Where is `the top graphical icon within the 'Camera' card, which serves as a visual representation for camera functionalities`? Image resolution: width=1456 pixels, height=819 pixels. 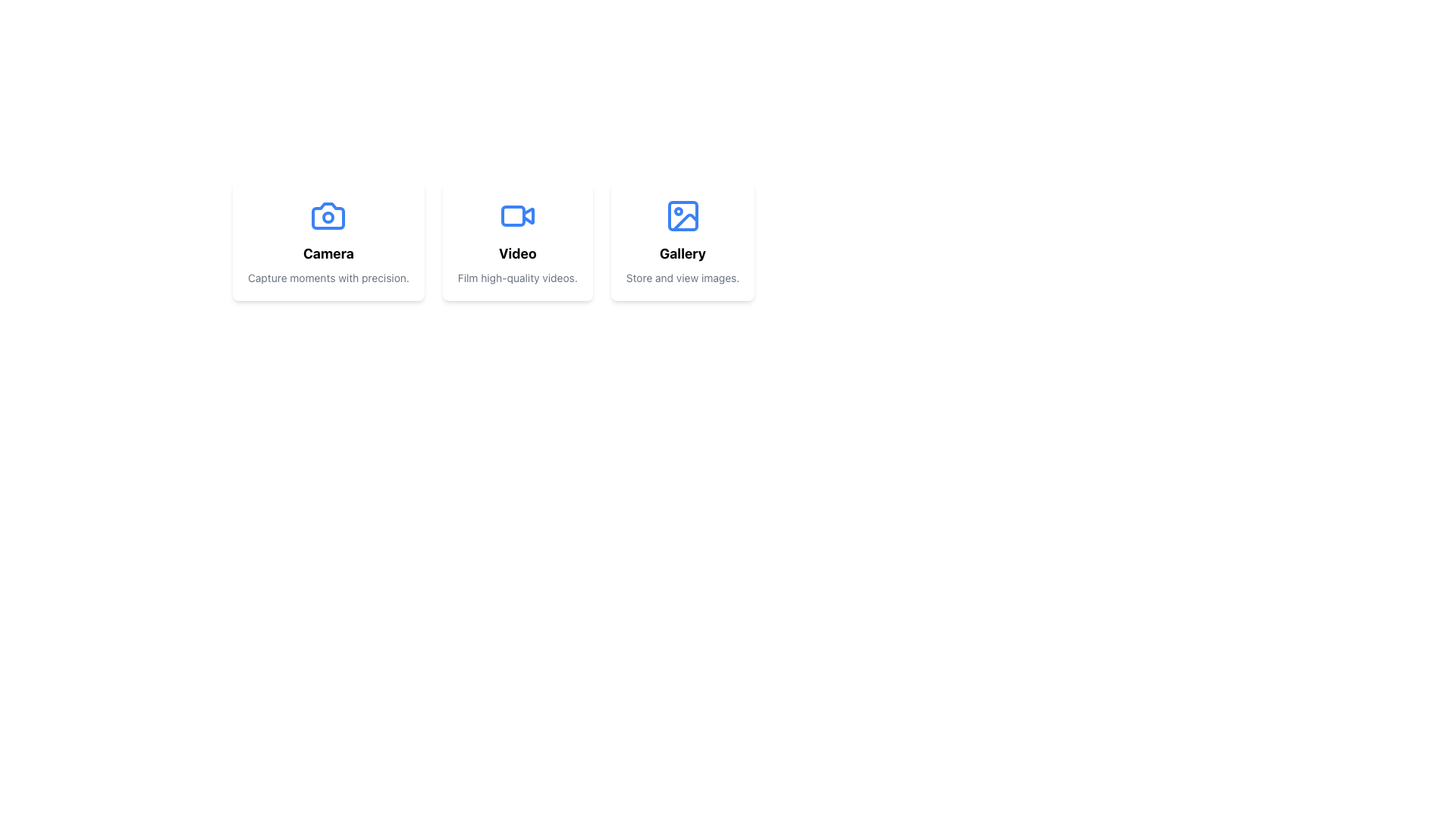 the top graphical icon within the 'Camera' card, which serves as a visual representation for camera functionalities is located at coordinates (328, 216).